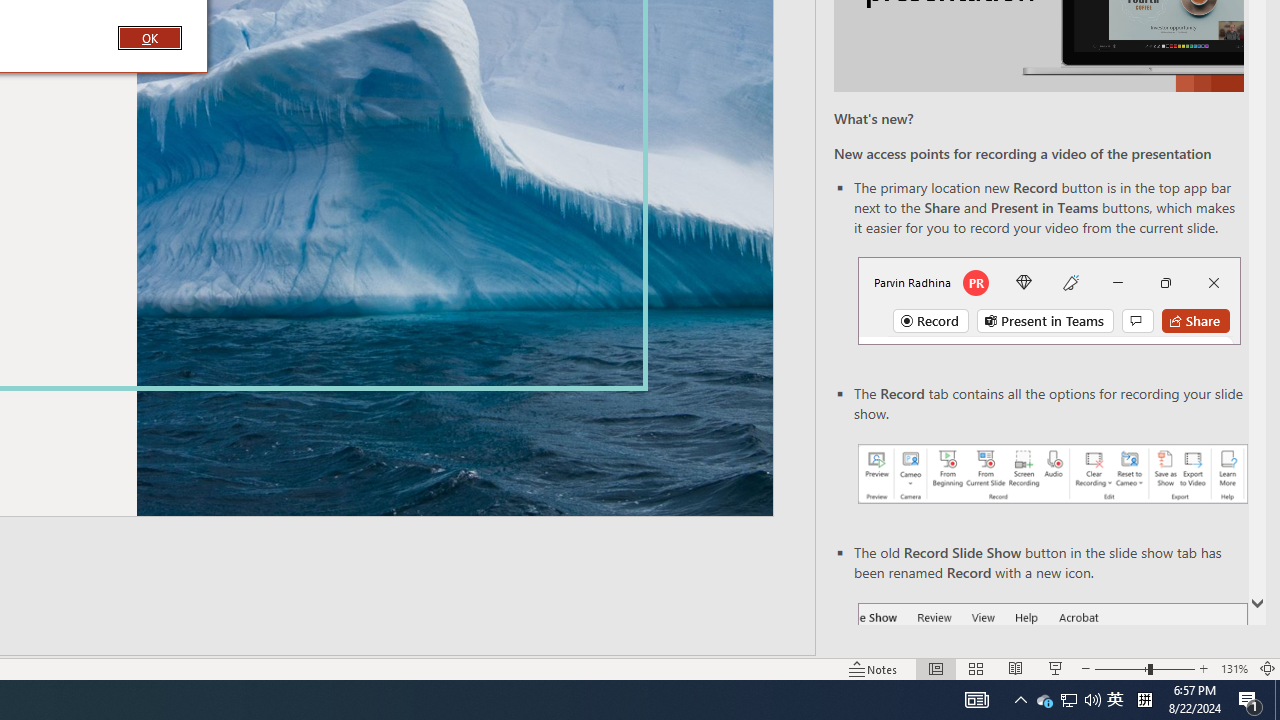 Image resolution: width=1280 pixels, height=720 pixels. What do you see at coordinates (1233, 669) in the screenshot?
I see `'Zoom 131%'` at bounding box center [1233, 669].